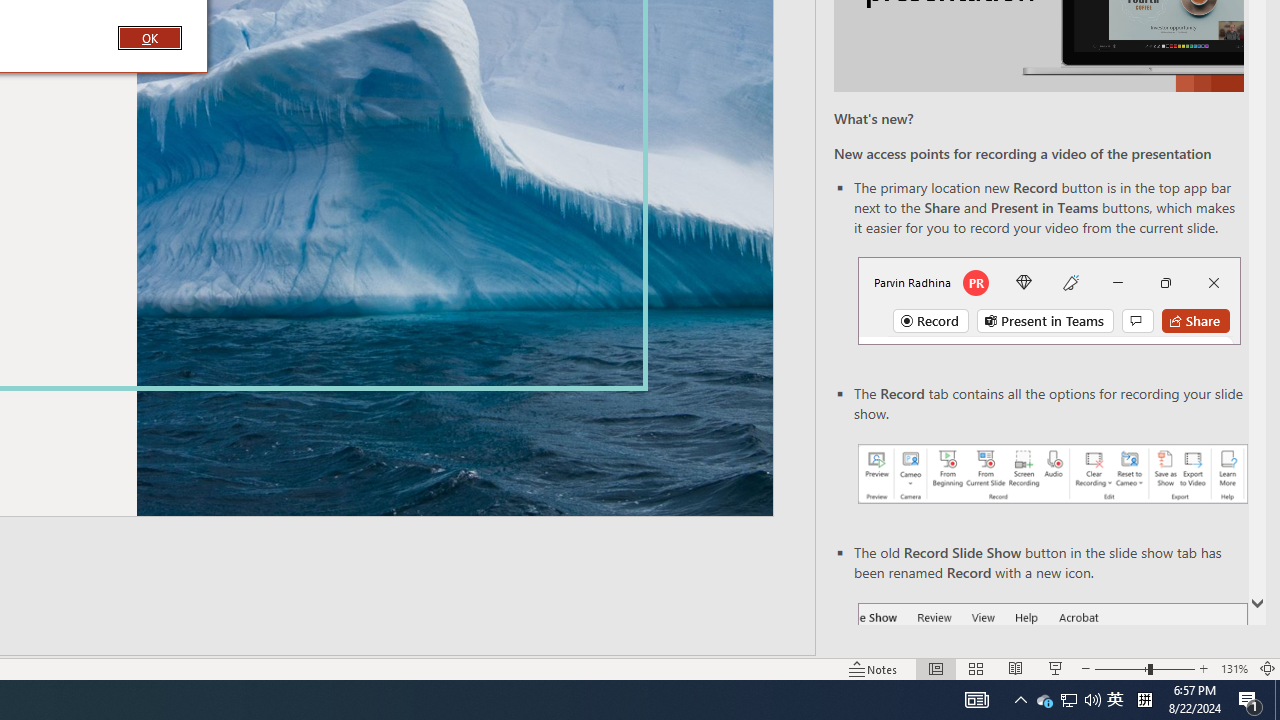 Image resolution: width=1280 pixels, height=720 pixels. What do you see at coordinates (1233, 669) in the screenshot?
I see `'Zoom 131%'` at bounding box center [1233, 669].